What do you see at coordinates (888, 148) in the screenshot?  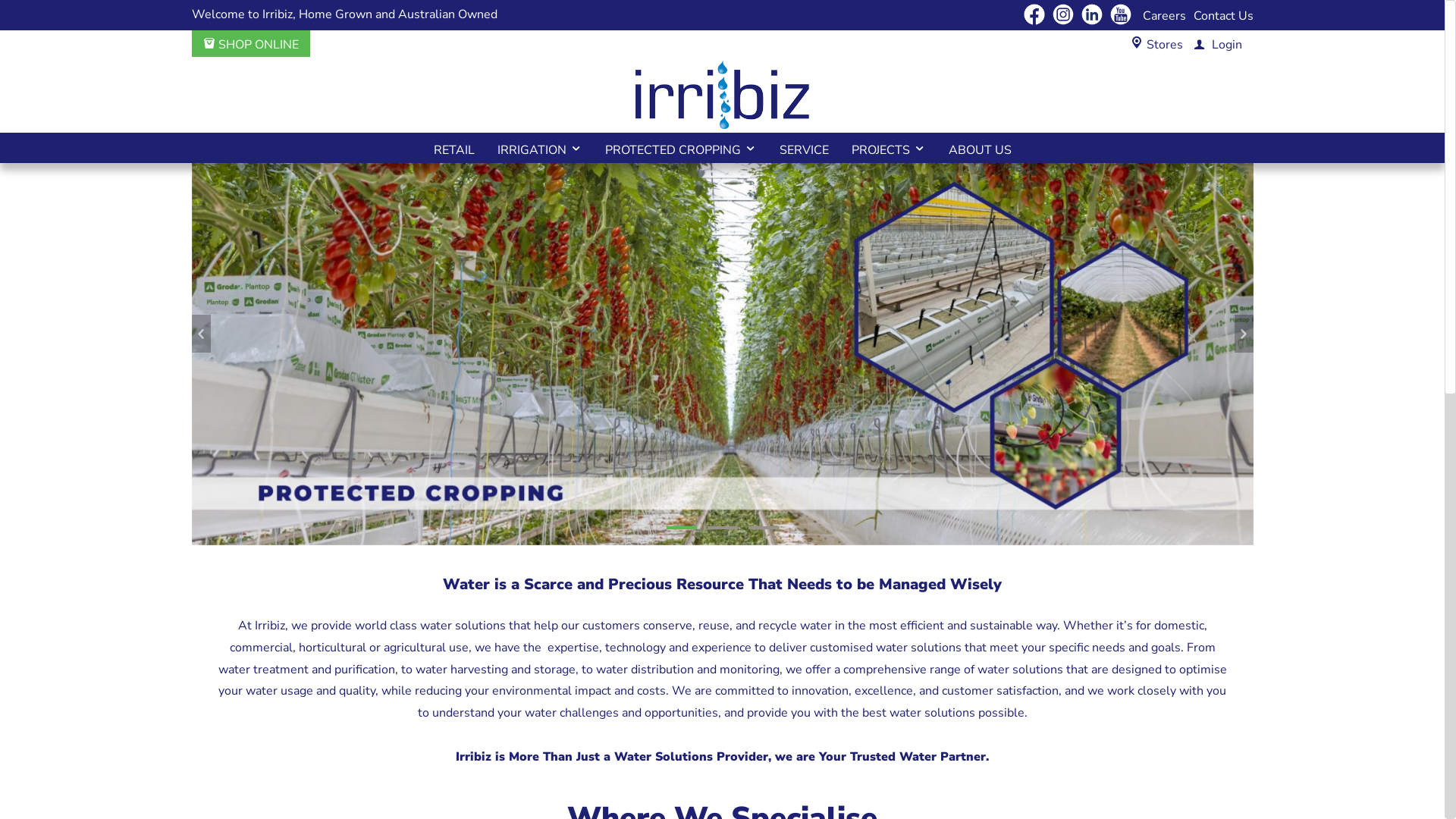 I see `'PROJECTS'` at bounding box center [888, 148].